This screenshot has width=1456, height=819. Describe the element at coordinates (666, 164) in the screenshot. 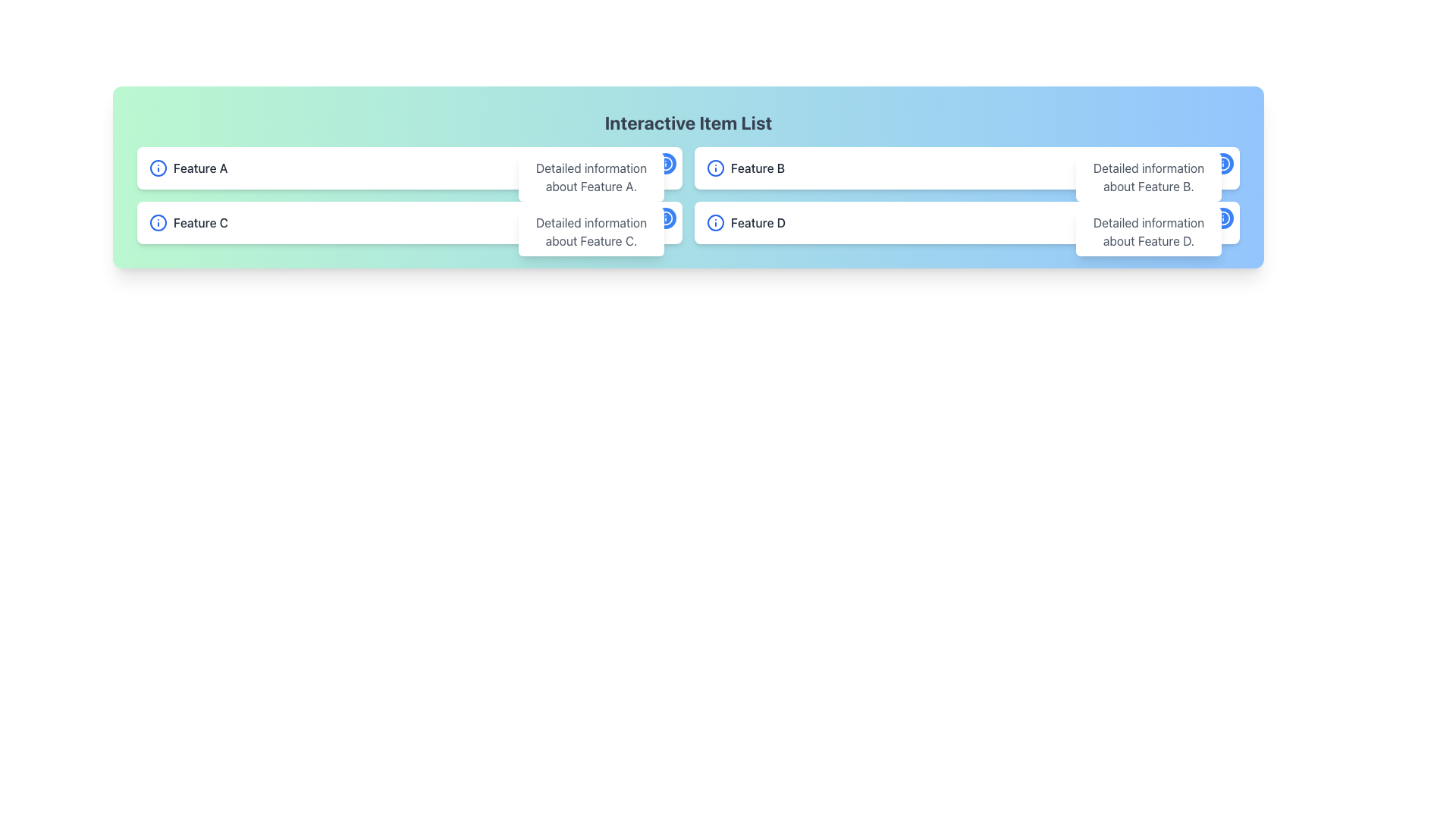

I see `the circular button with a blue background and an 'i' icon in white, located in the top-right corner of the card containing 'Feature A'` at that location.